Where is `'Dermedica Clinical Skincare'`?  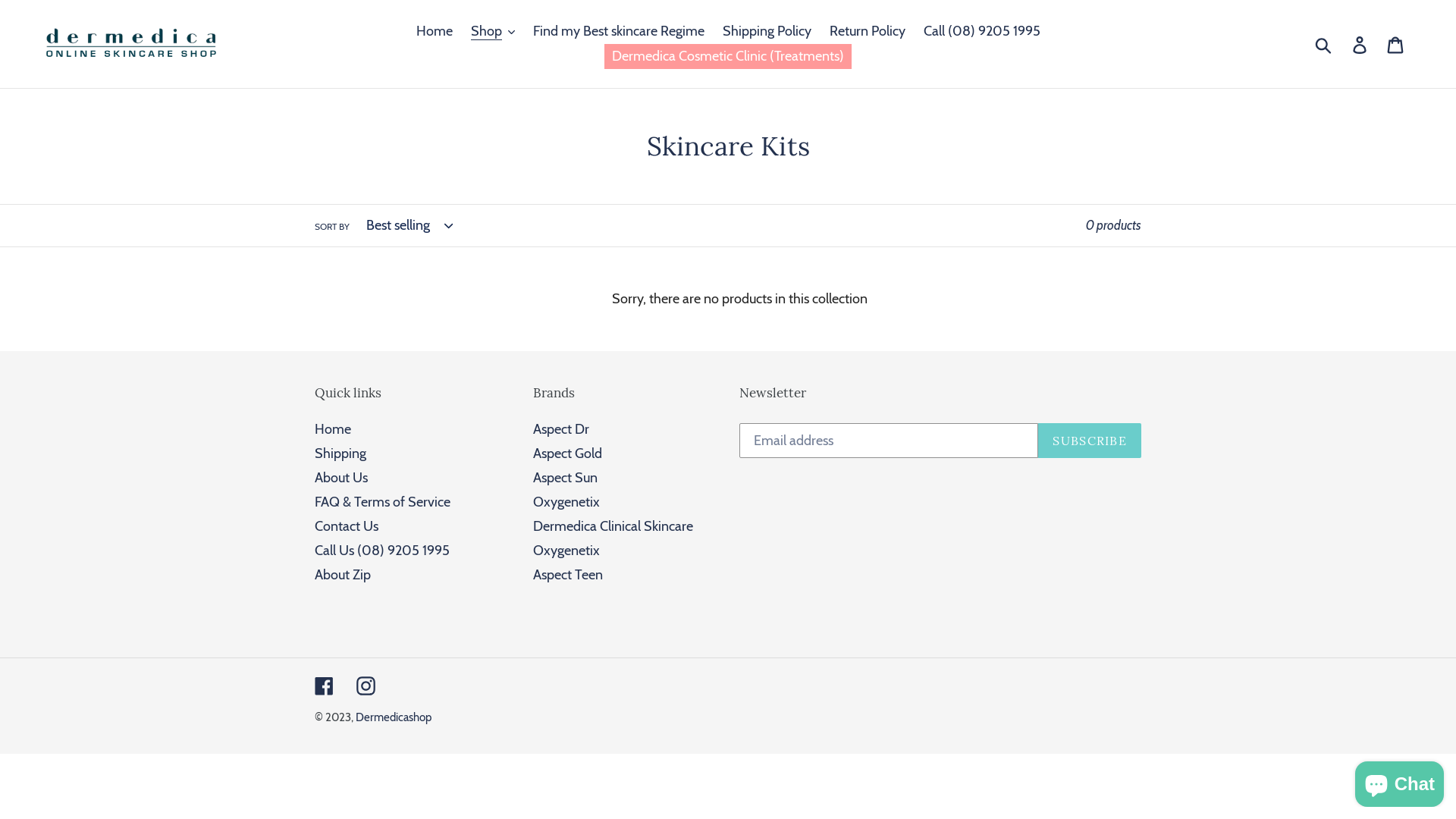 'Dermedica Clinical Skincare' is located at coordinates (532, 526).